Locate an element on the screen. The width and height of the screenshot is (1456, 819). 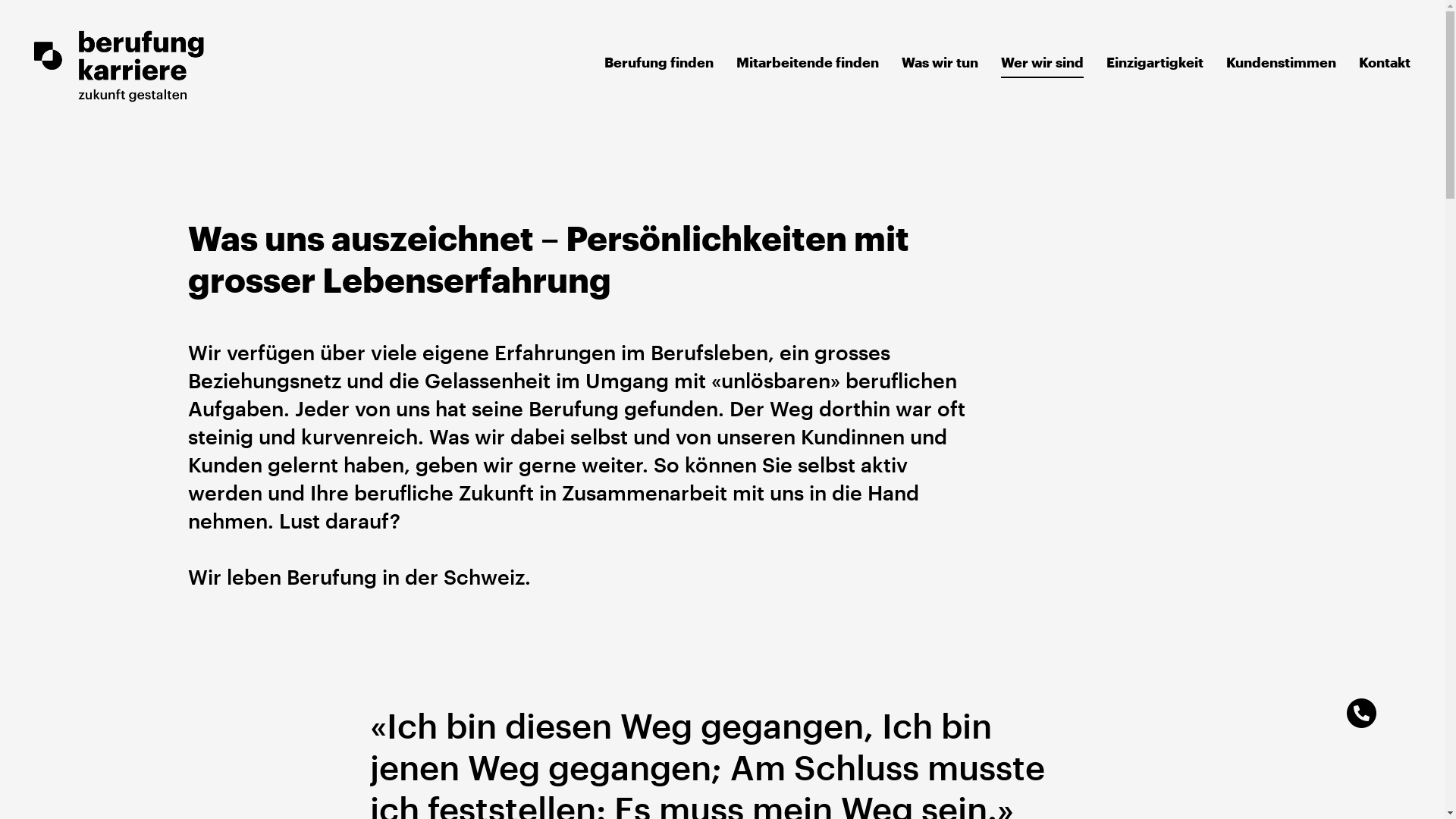
'Einzigartigkeit' is located at coordinates (1153, 61).